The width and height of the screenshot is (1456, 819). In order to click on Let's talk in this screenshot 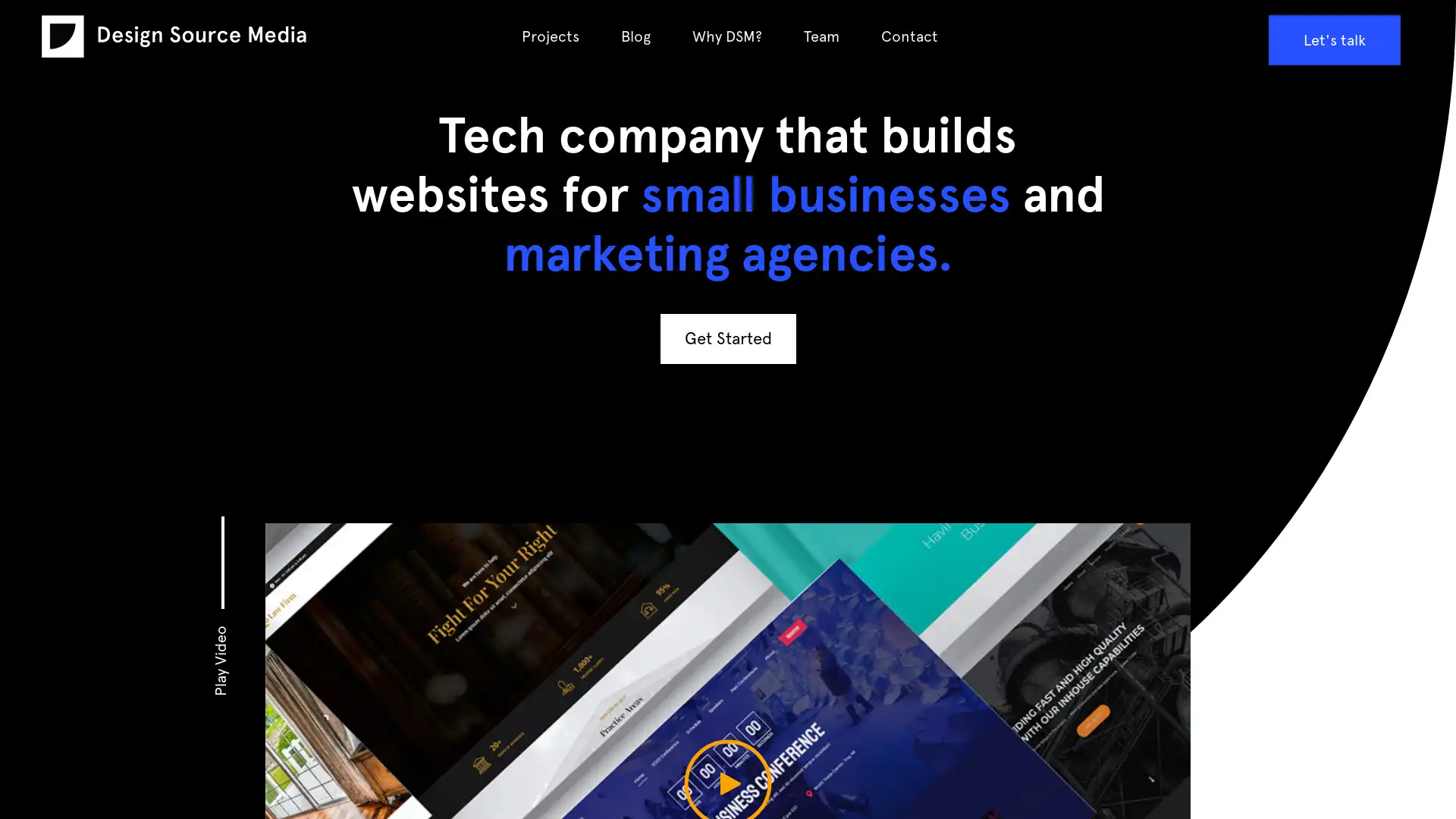, I will do `click(1332, 39)`.